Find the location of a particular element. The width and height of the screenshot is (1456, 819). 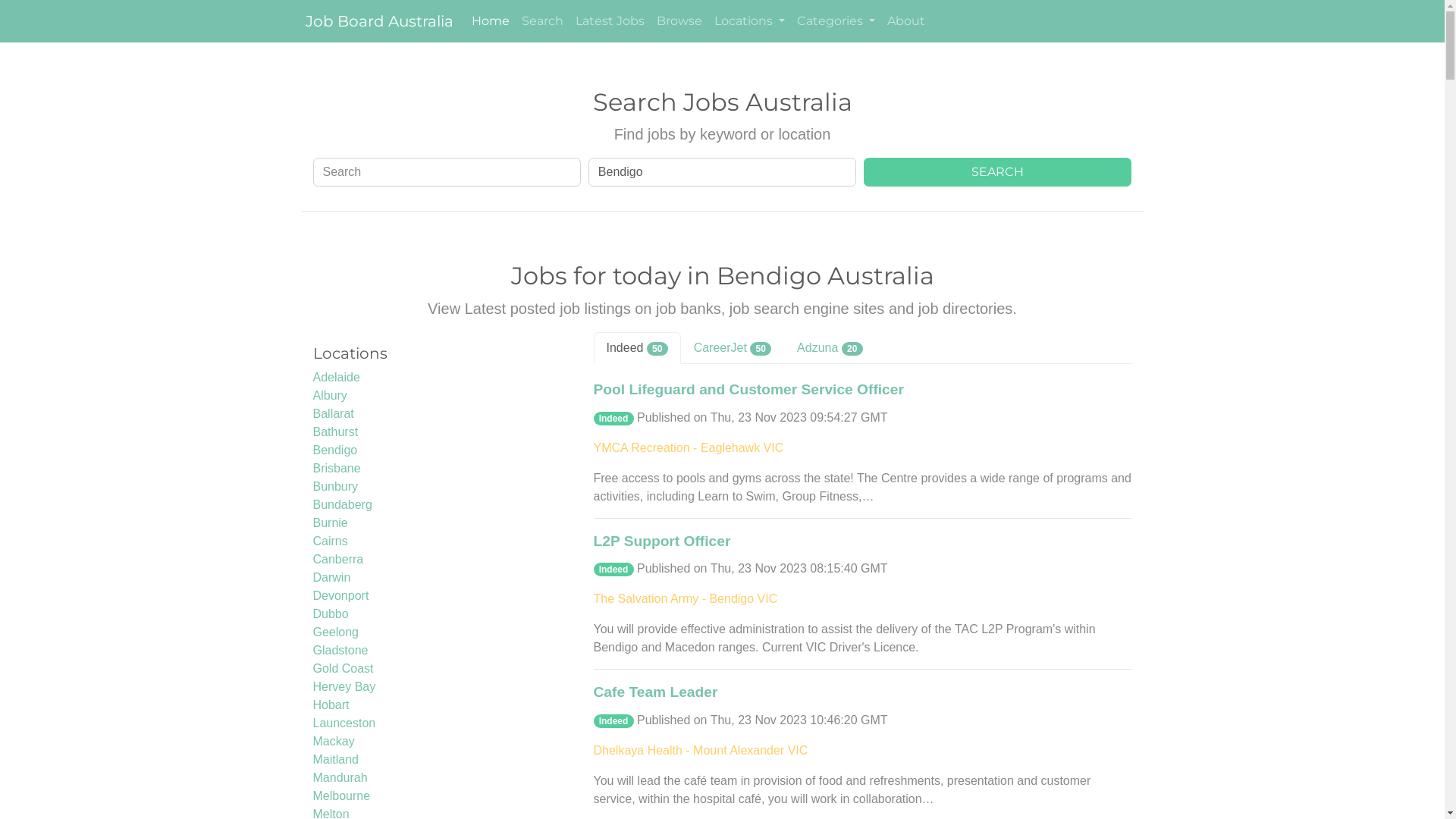

'Locations' is located at coordinates (749, 20).